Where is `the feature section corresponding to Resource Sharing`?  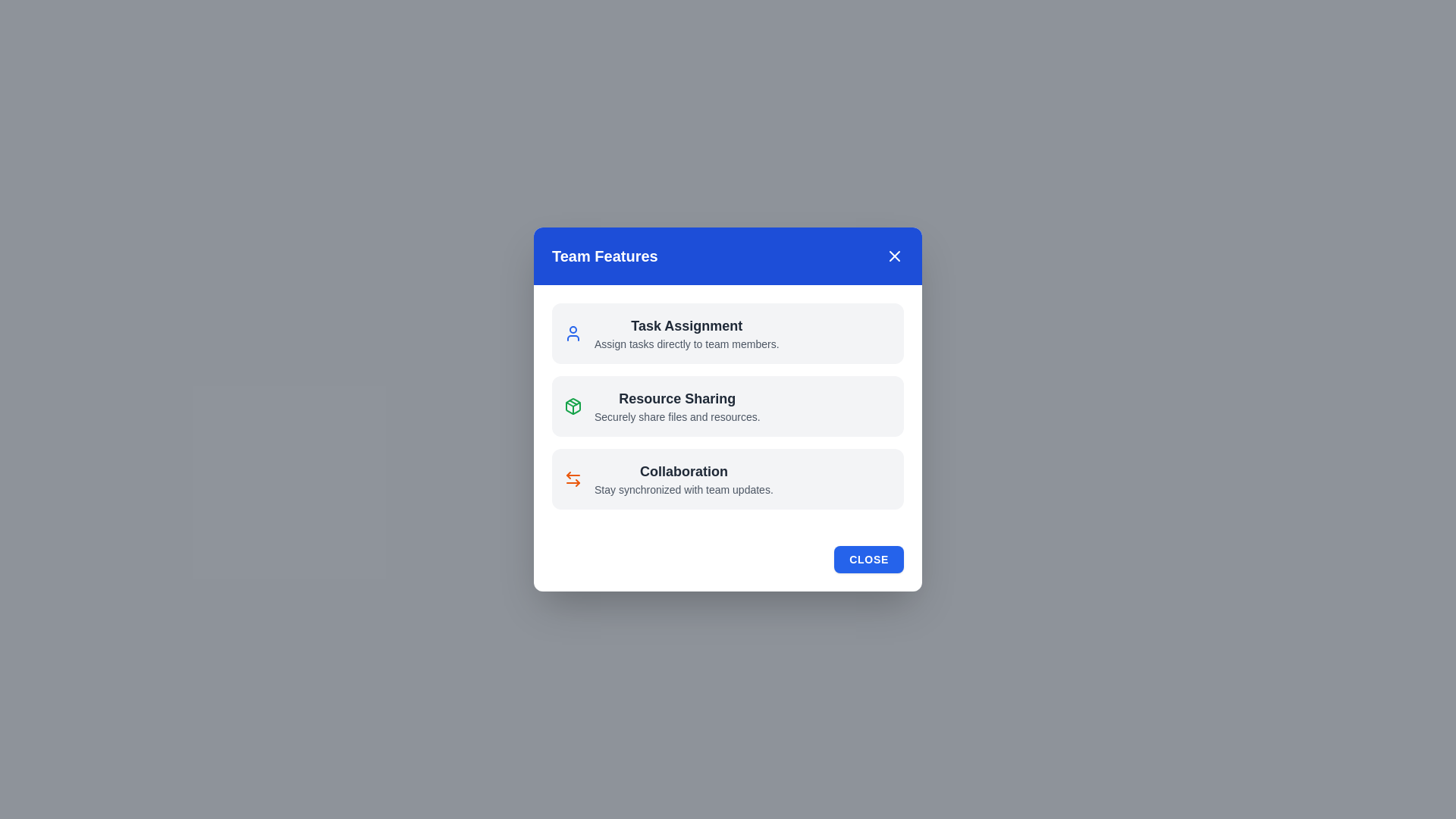 the feature section corresponding to Resource Sharing is located at coordinates (728, 406).